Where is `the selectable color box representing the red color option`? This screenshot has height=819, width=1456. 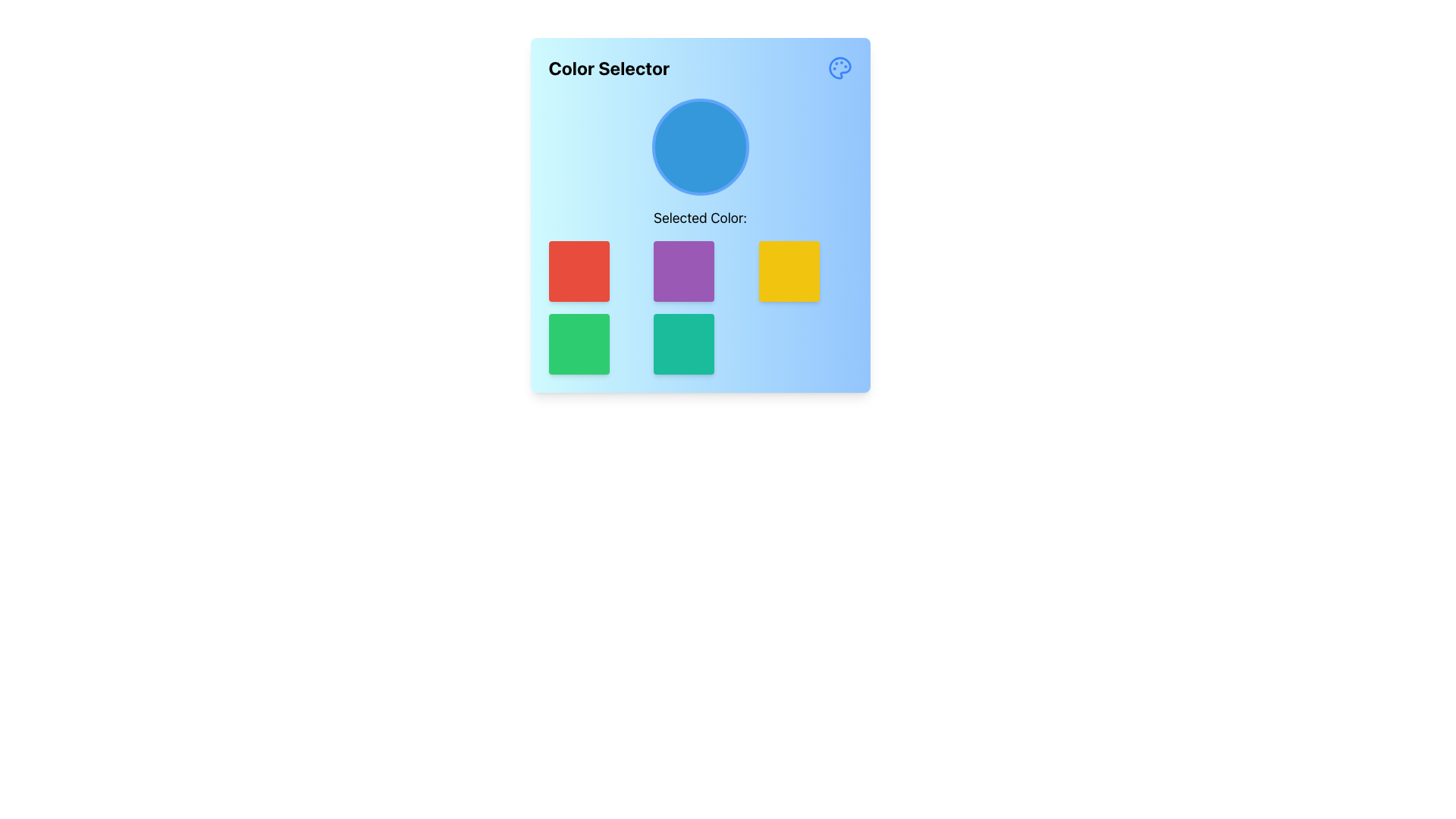 the selectable color box representing the red color option is located at coordinates (594, 271).